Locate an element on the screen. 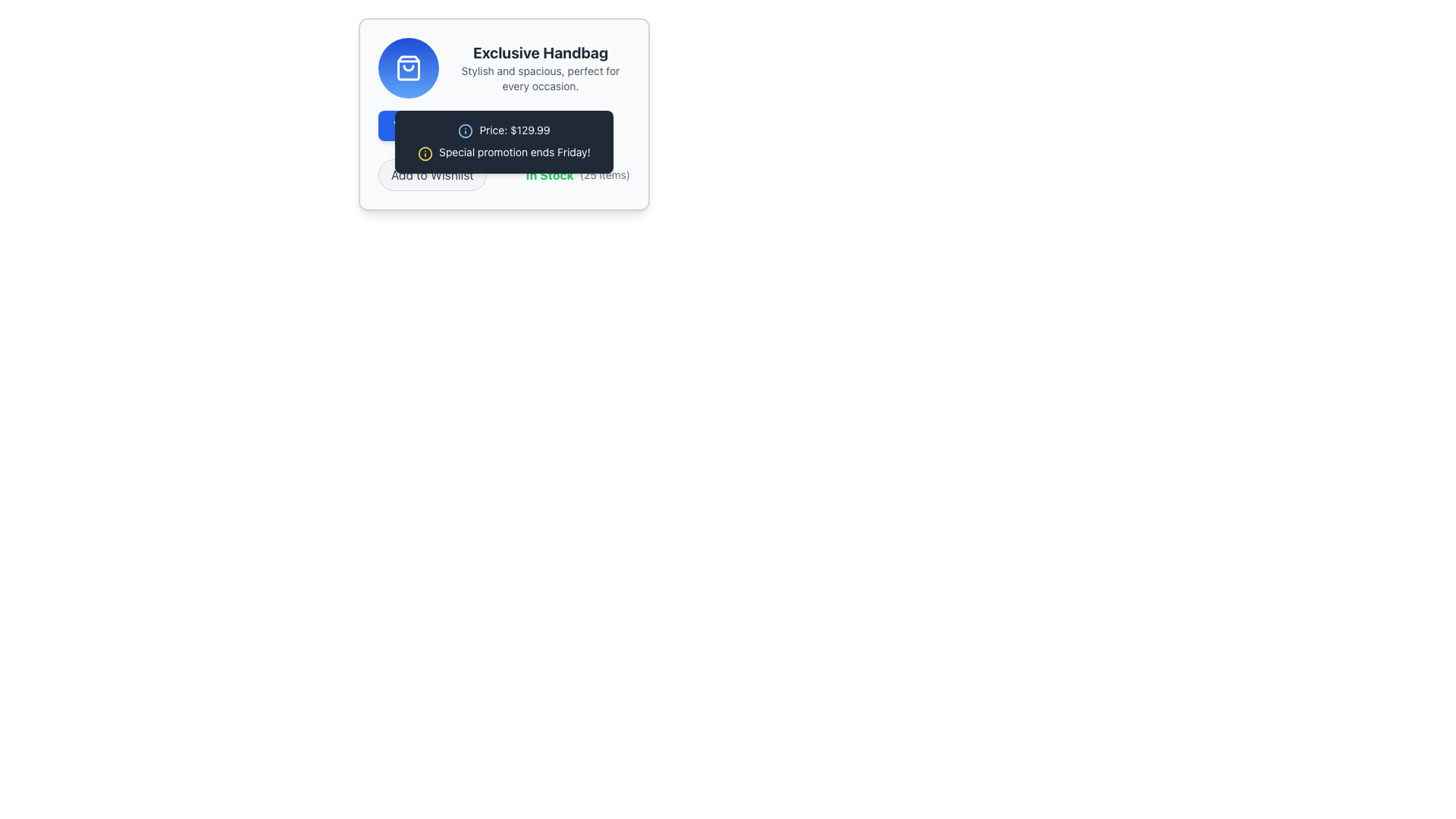 The width and height of the screenshot is (1456, 819). the graphical icon resembling a shopping bag with a handle, located in the upper left section of the interface within the top left circular icon of the 'Exclusive Handbag' card is located at coordinates (408, 67).